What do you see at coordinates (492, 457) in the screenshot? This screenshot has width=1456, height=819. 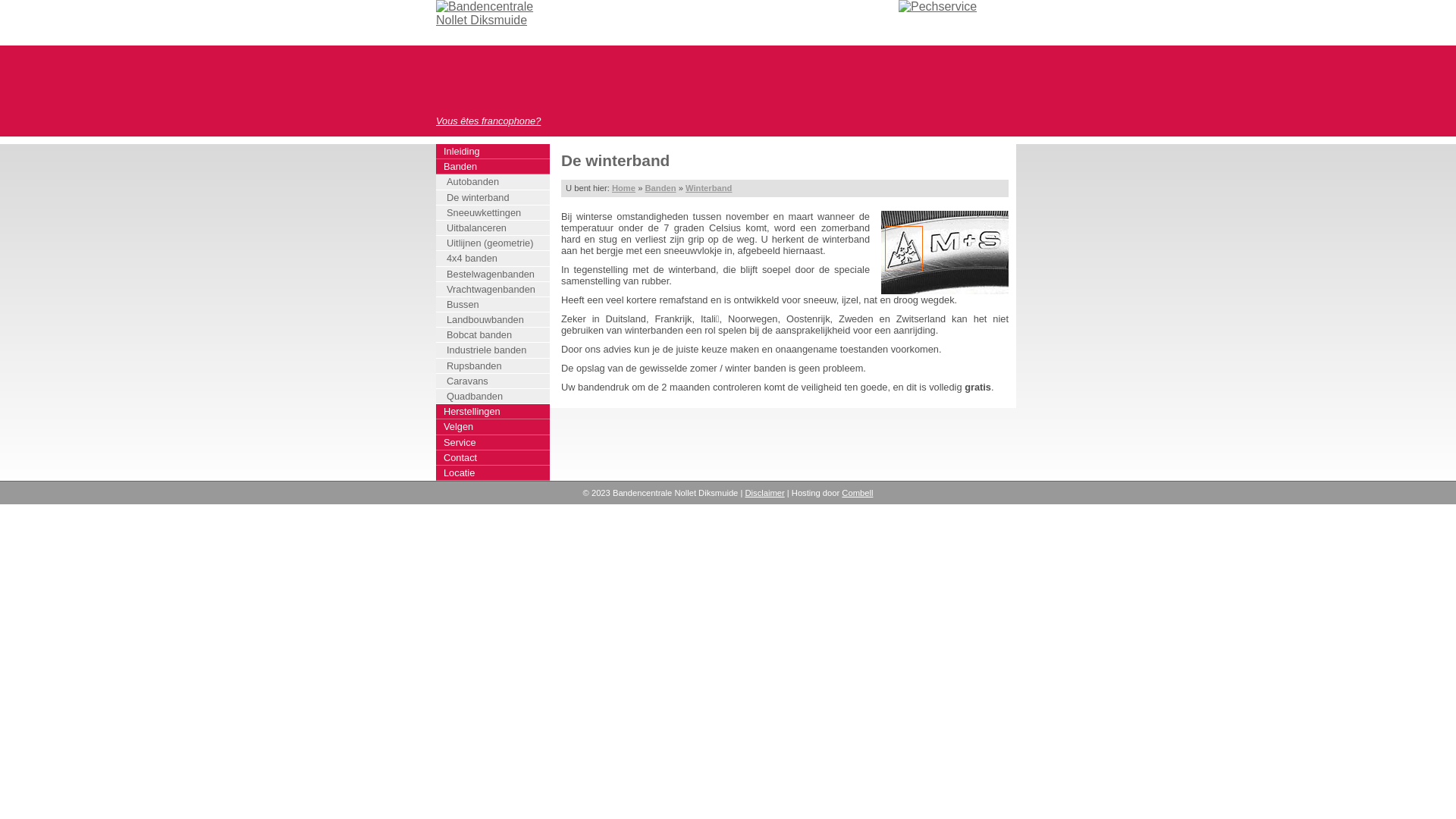 I see `'Contact'` at bounding box center [492, 457].